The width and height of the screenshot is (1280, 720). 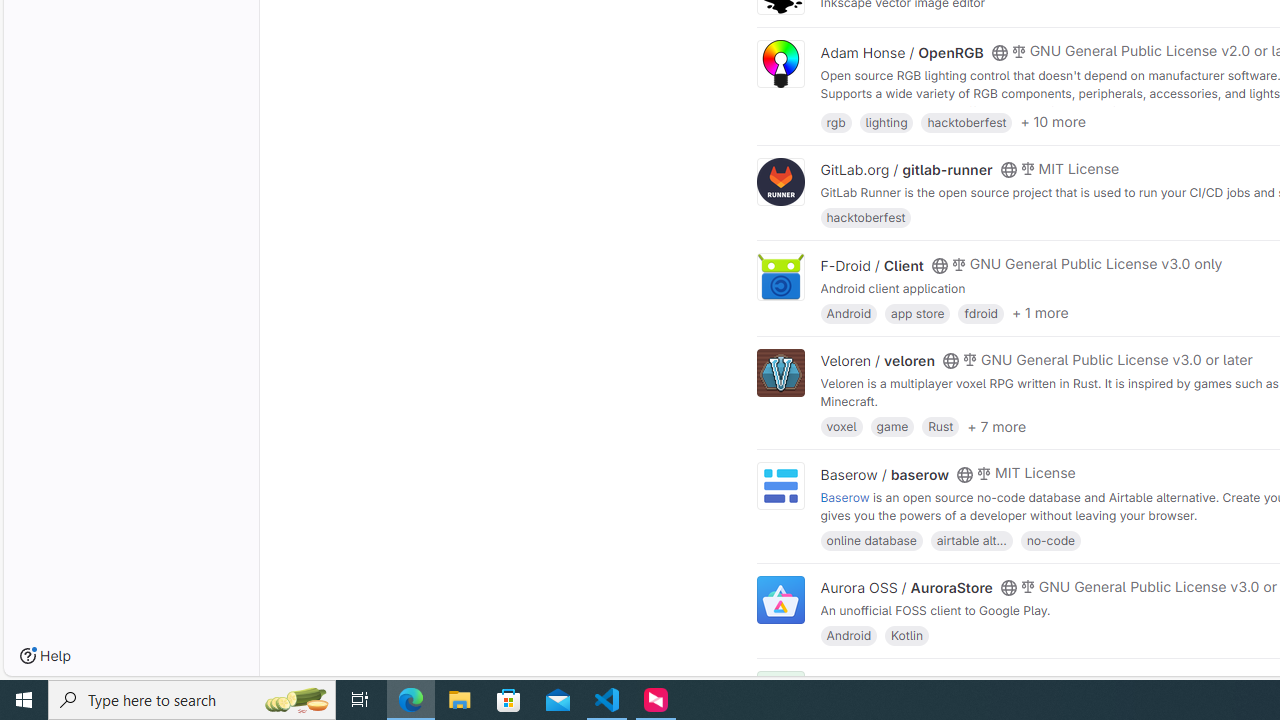 I want to click on 'Class: project', so click(x=779, y=598).